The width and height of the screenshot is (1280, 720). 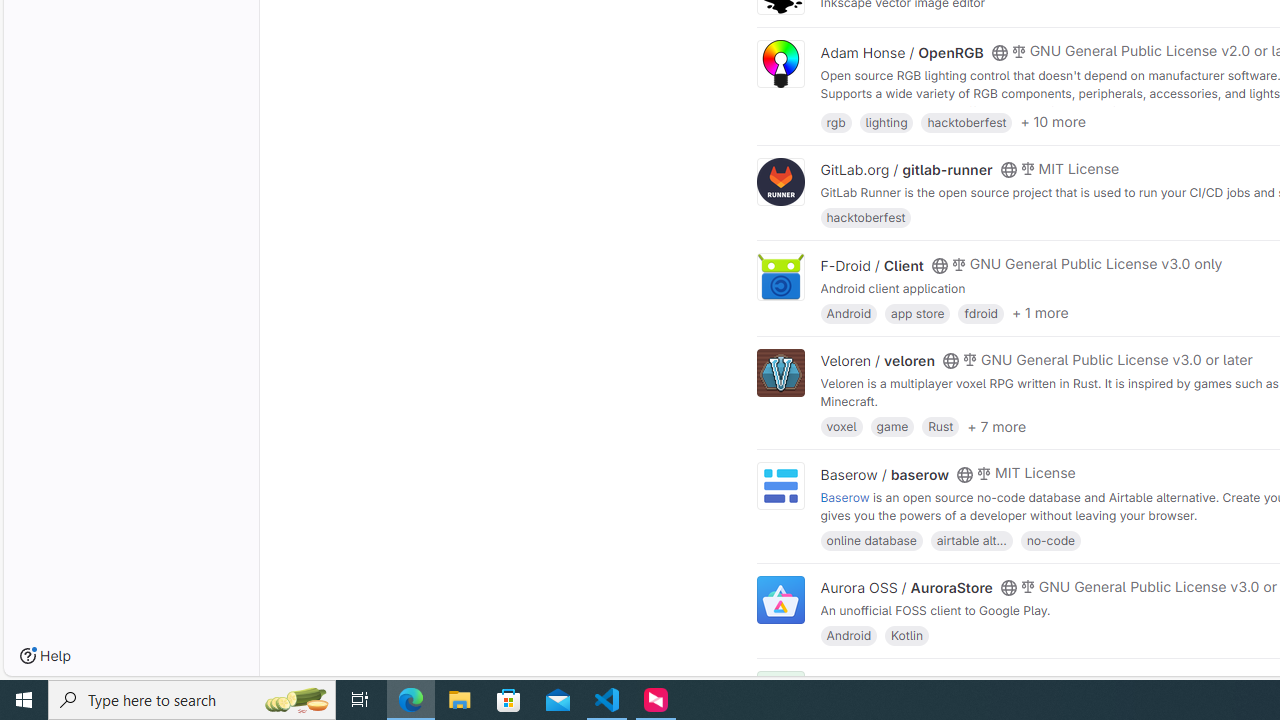 I want to click on 'Class: project', so click(x=779, y=598).